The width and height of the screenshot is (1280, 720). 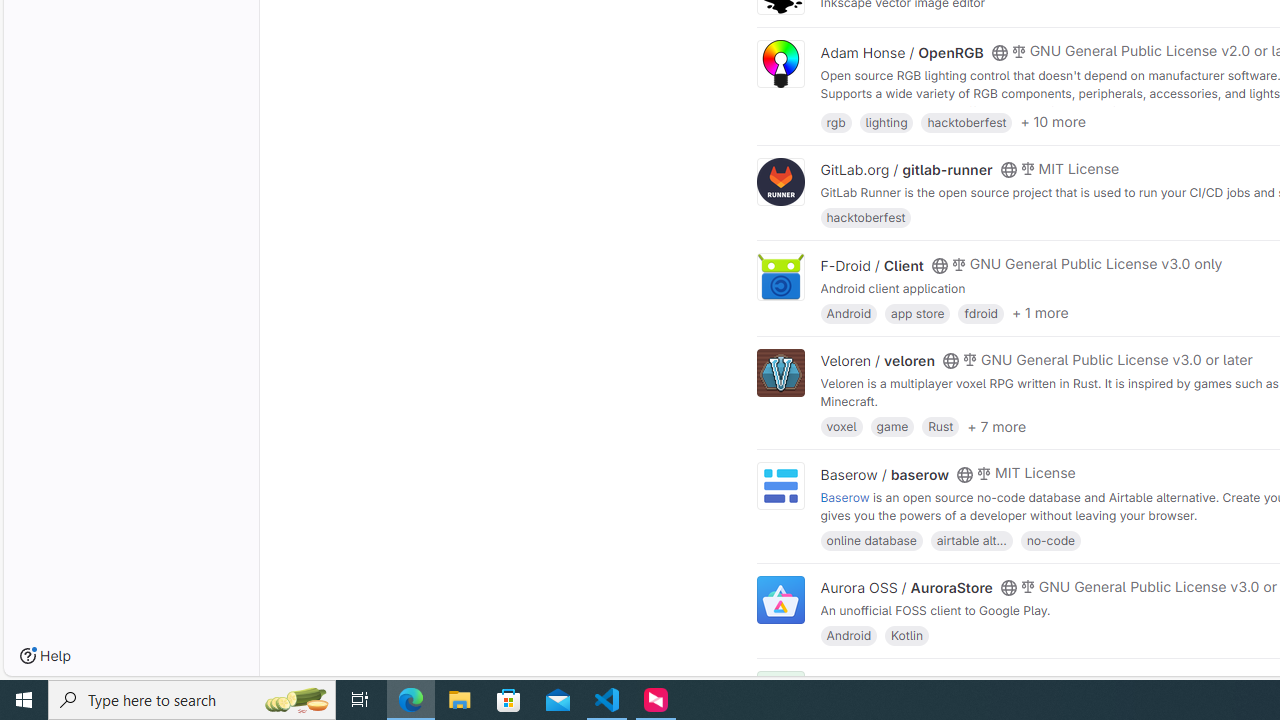 I want to click on 'Class: project', so click(x=779, y=598).